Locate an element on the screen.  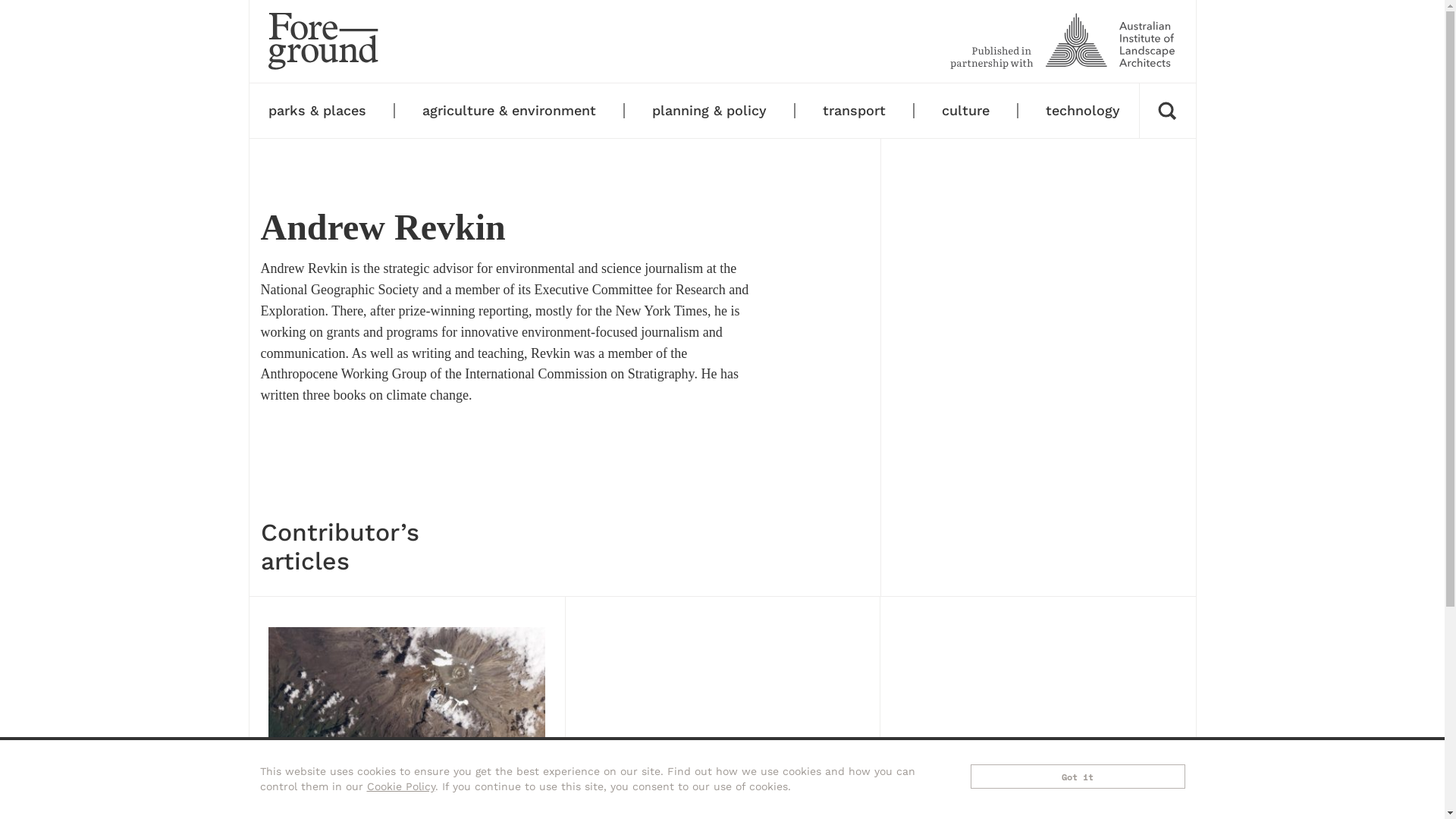
'Cookie Policy' is located at coordinates (400, 786).